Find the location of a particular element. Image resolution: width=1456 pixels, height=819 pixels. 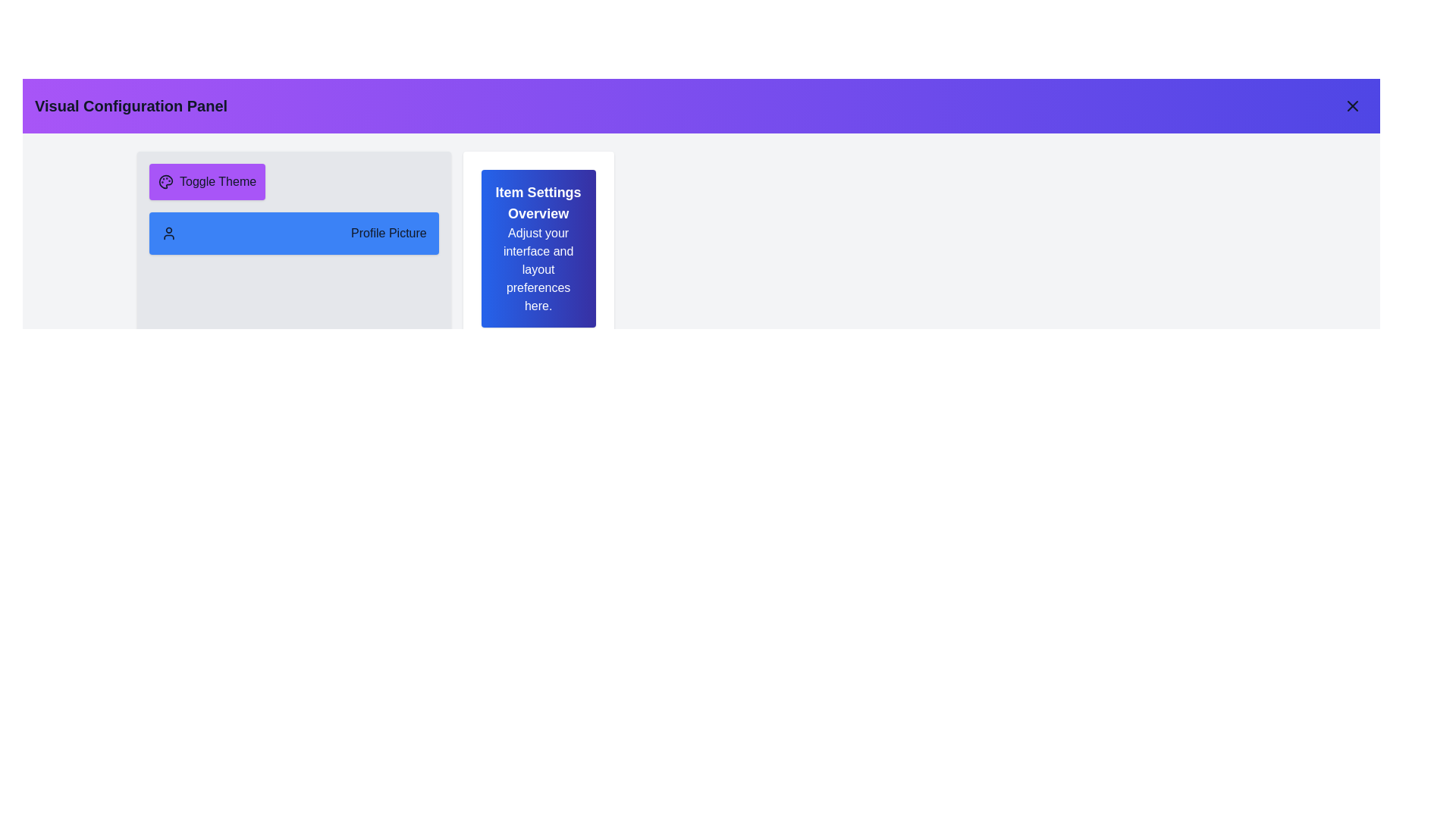

the profile picture button located below the 'Toggle Theme' button in the middle section of the card-like frame to invoke related actions is located at coordinates (293, 234).